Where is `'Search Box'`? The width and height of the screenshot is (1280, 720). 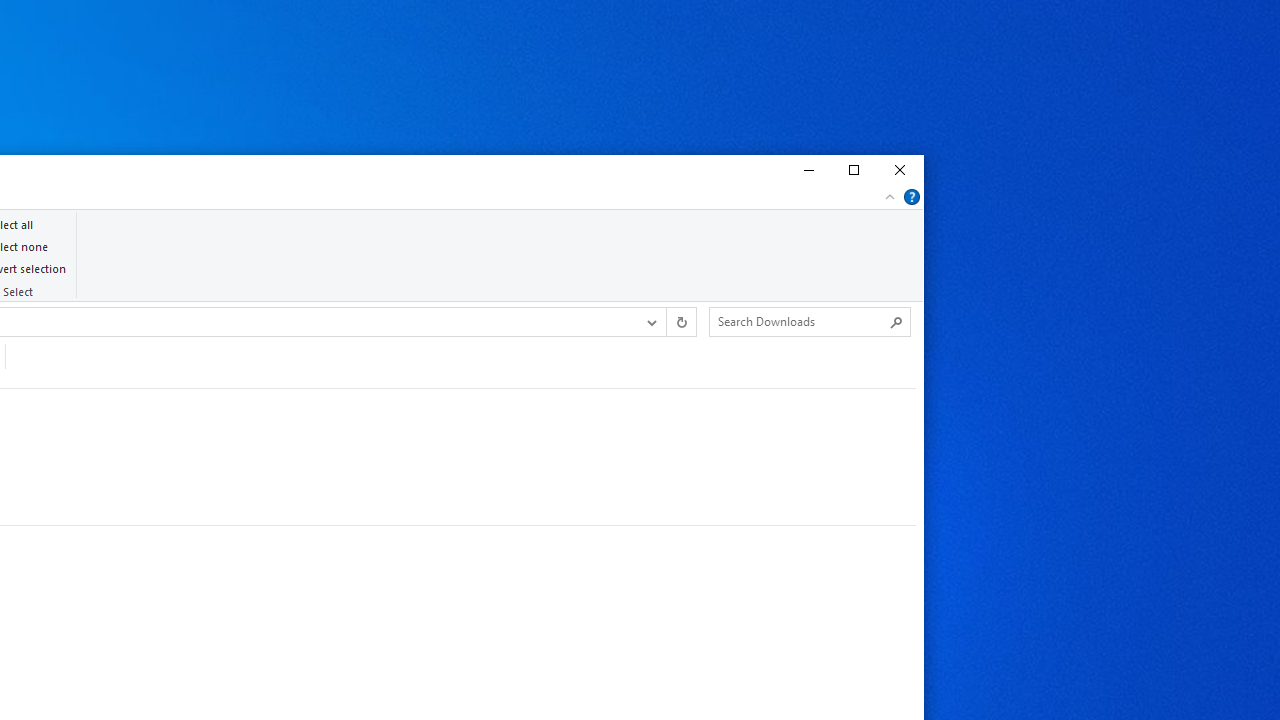 'Search Box' is located at coordinates (800, 320).